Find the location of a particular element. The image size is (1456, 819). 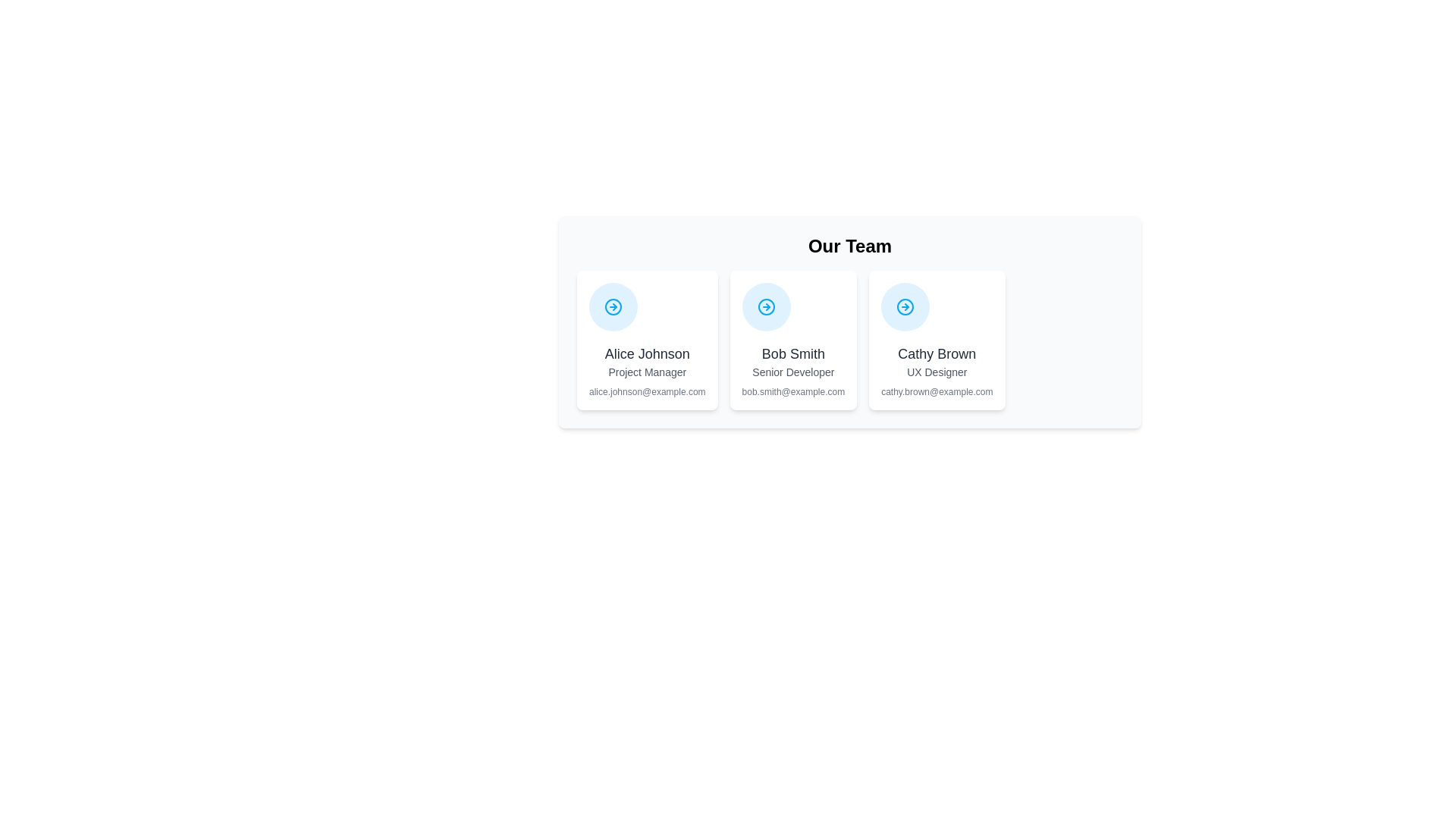

the circular icon with a blue border and a rightward arrow, located in the profile section for team member 'Cathy Brown, UX Designer' is located at coordinates (905, 307).